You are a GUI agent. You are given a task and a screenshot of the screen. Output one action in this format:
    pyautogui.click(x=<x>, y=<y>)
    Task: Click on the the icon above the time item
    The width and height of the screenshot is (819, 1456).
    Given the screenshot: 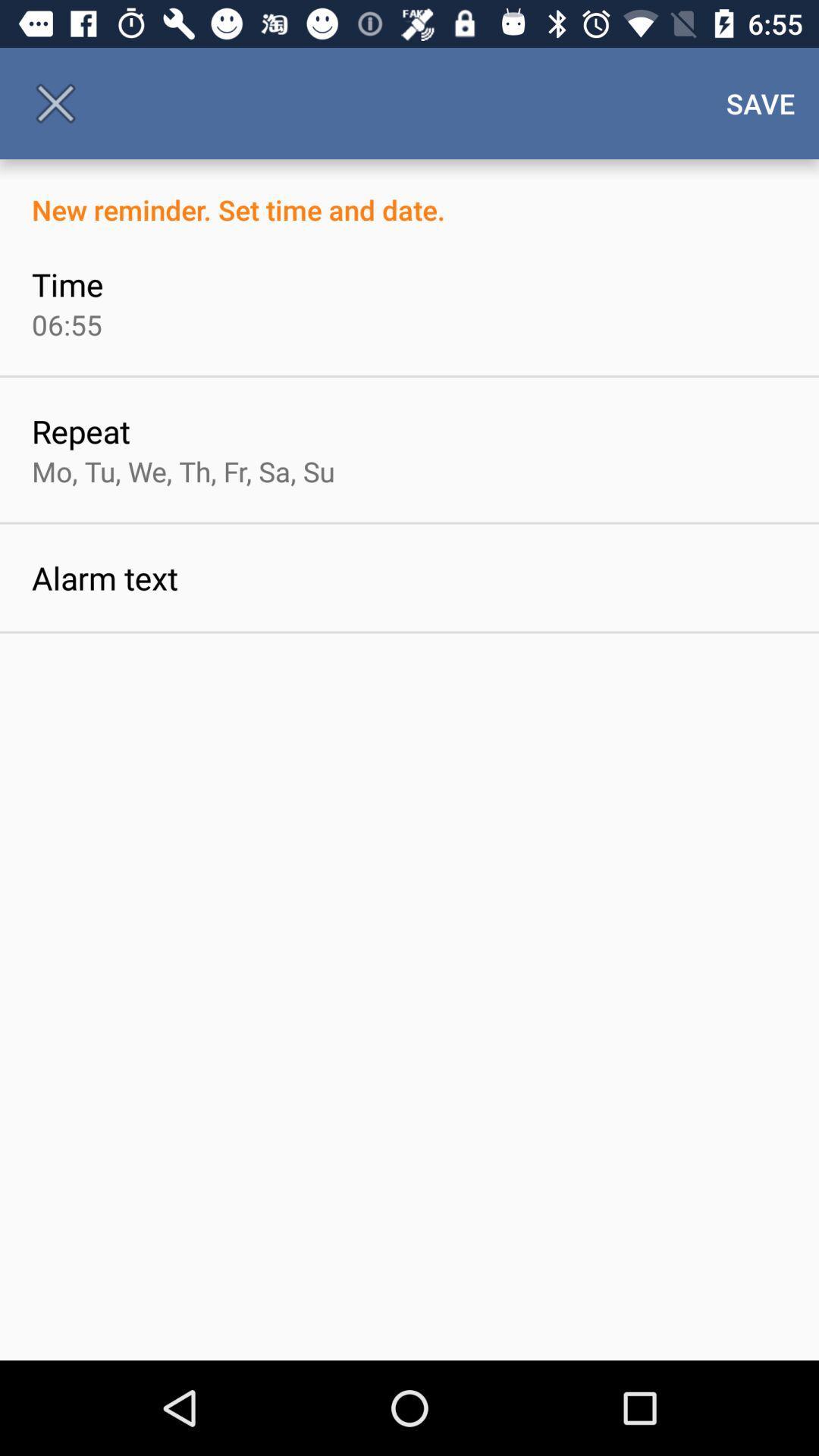 What is the action you would take?
    pyautogui.click(x=409, y=193)
    